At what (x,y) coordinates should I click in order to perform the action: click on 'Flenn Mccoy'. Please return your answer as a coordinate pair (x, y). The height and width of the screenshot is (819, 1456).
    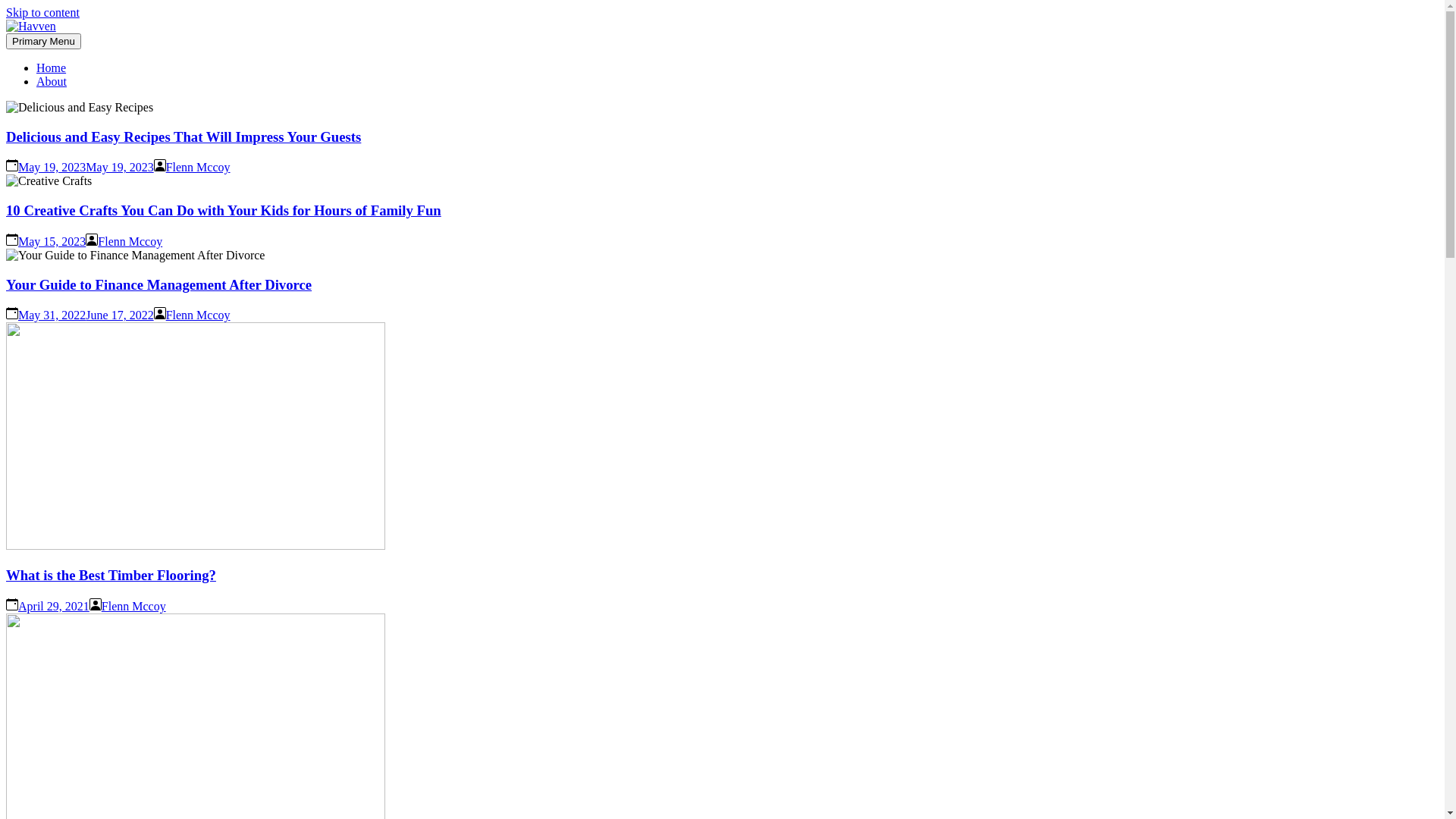
    Looking at the image, I should click on (130, 240).